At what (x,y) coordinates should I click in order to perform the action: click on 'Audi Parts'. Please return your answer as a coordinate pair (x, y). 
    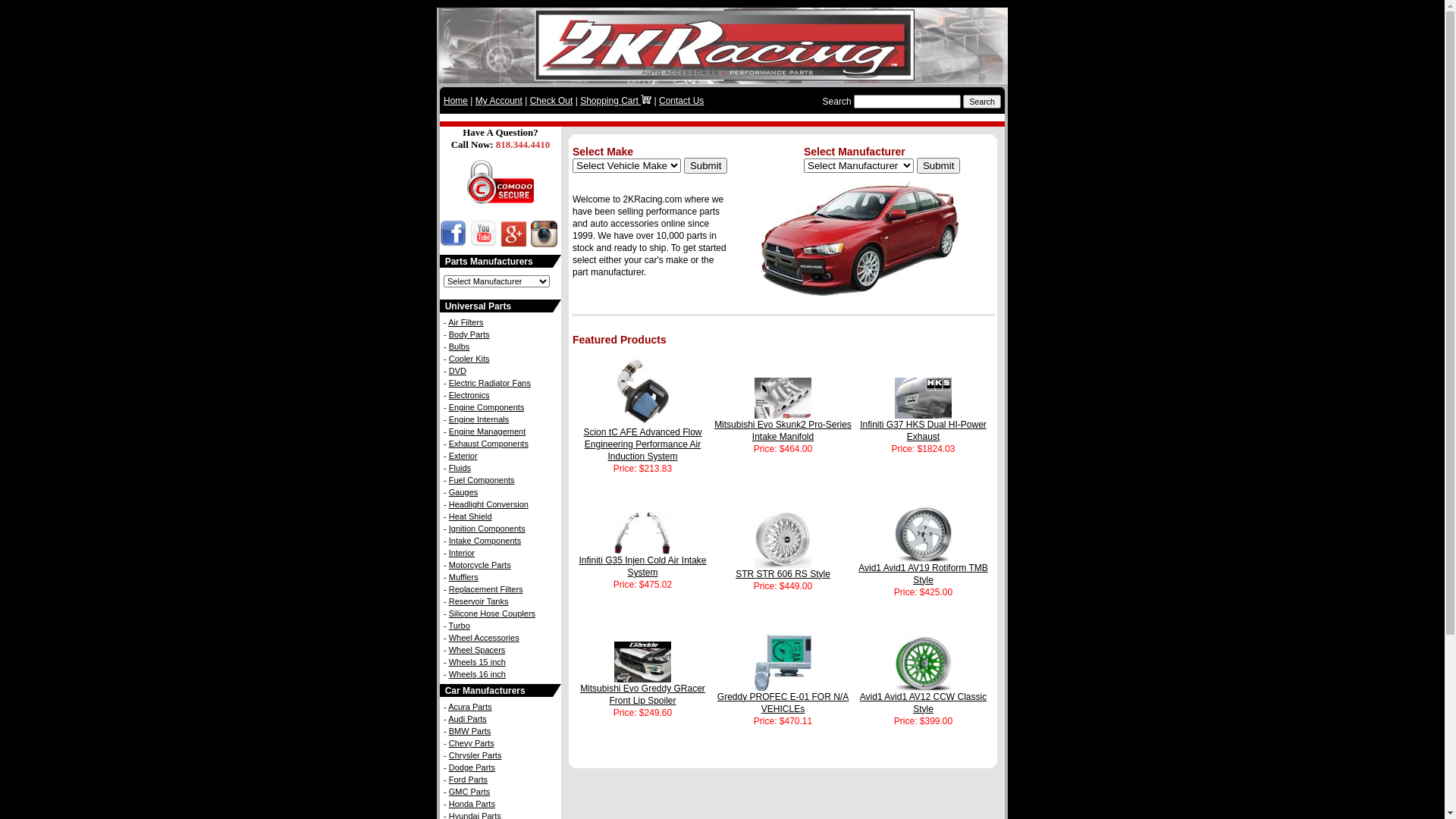
    Looking at the image, I should click on (466, 718).